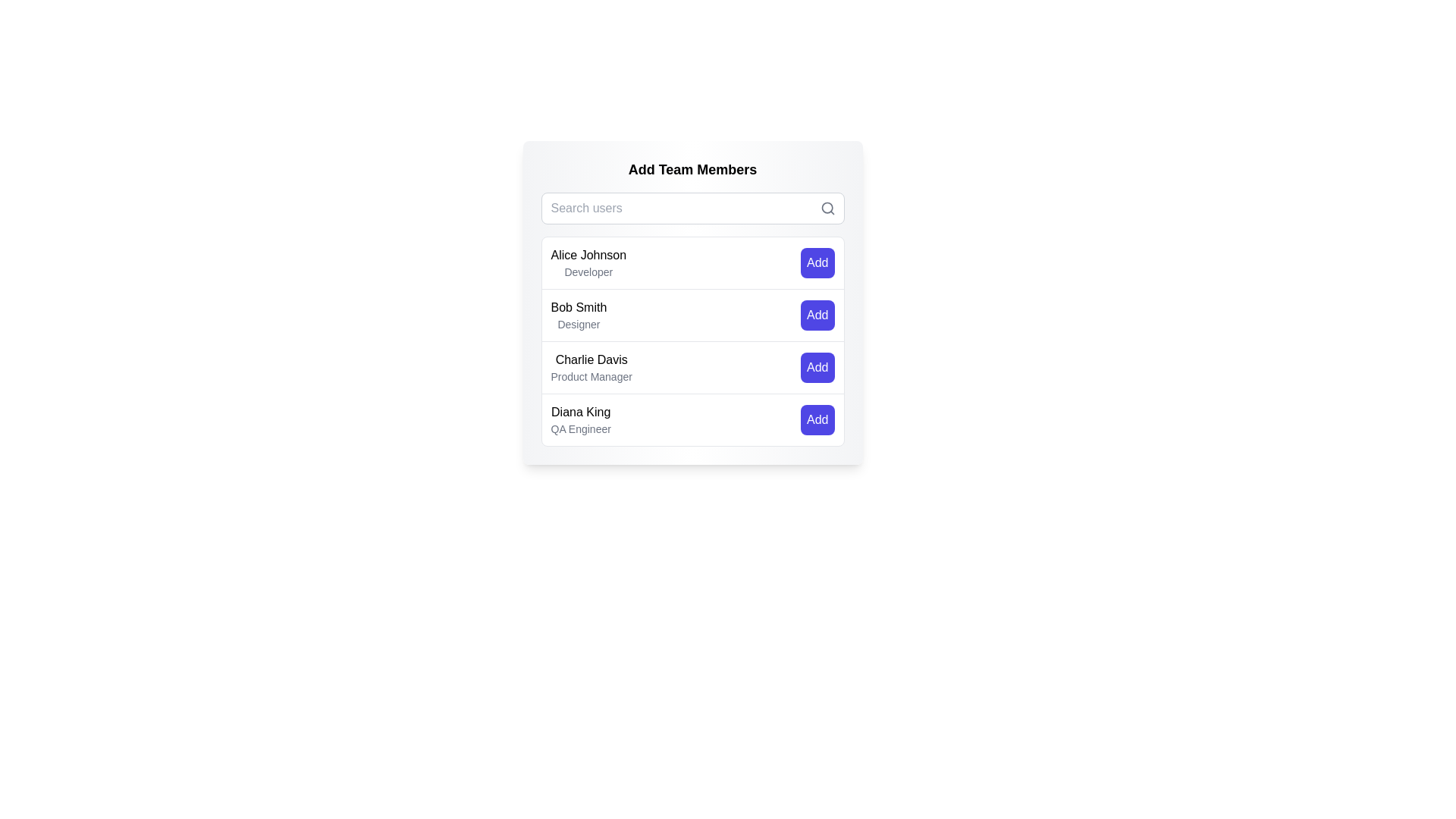 This screenshot has height=819, width=1456. What do you see at coordinates (580, 429) in the screenshot?
I see `the informational text displaying the job title 'QA Engineer' associated with the name 'Diana King' in the fourth row of the 'Add Team Members' interface` at bounding box center [580, 429].